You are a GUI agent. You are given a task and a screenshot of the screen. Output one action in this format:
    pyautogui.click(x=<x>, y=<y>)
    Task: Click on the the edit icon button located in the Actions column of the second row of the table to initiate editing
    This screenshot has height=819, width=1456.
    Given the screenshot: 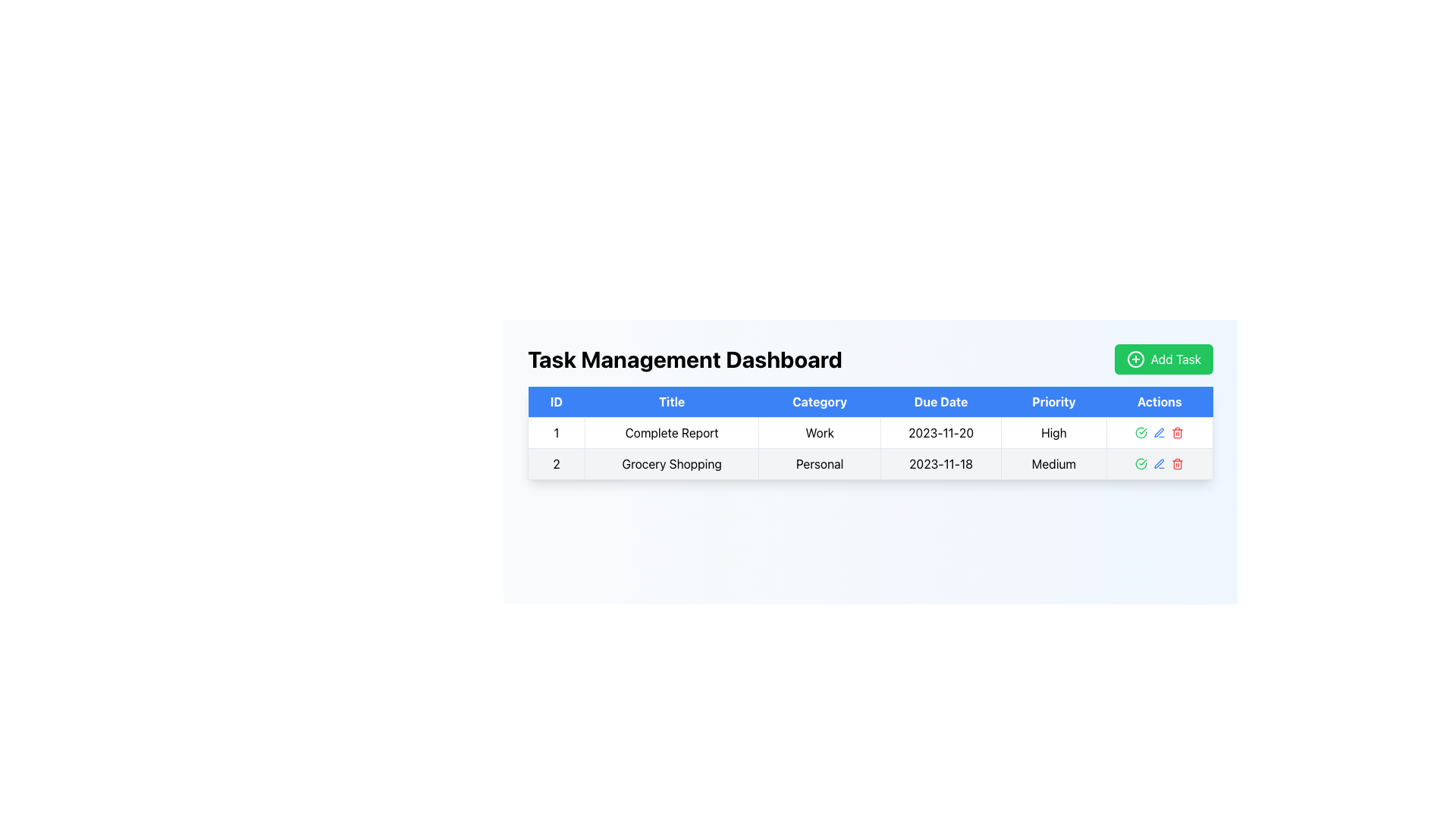 What is the action you would take?
    pyautogui.click(x=1159, y=463)
    